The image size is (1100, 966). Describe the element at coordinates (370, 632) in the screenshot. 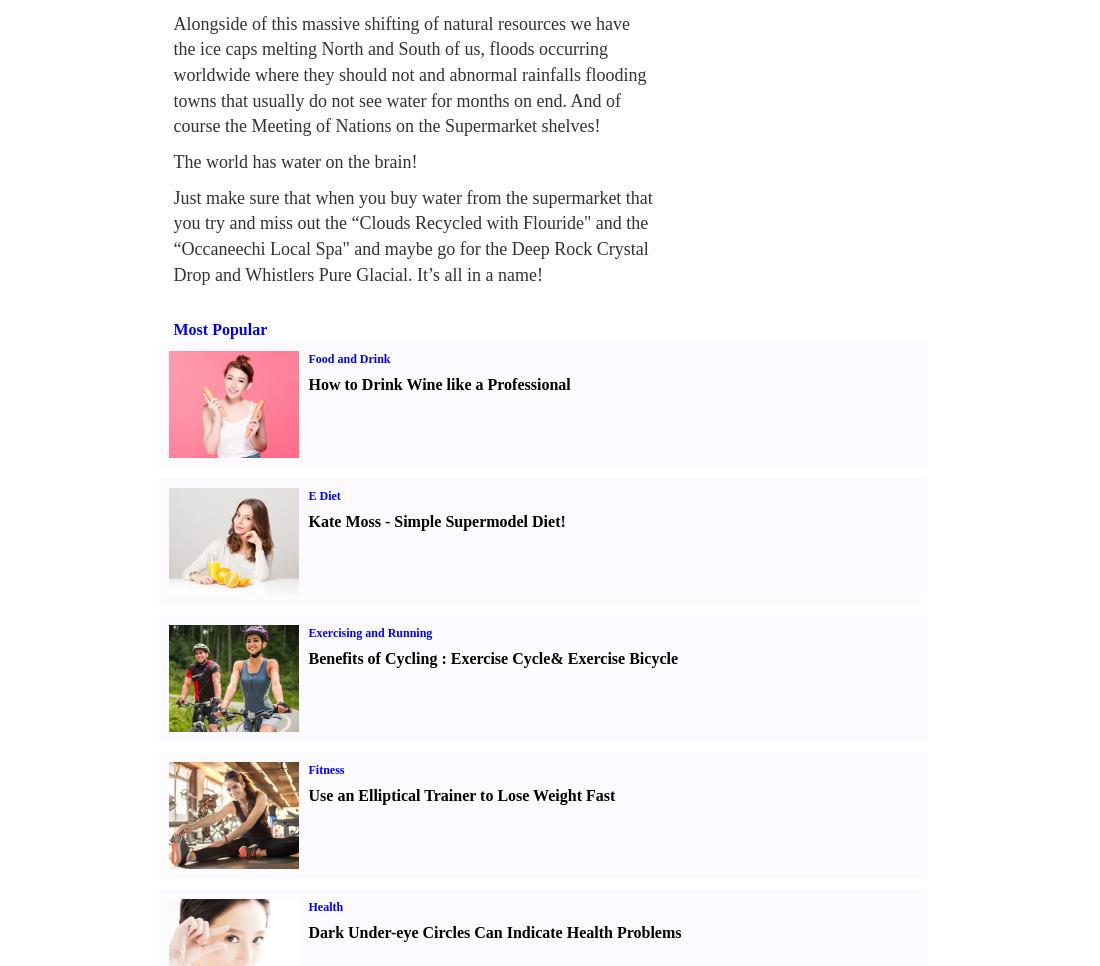

I see `'Exercising and Running'` at that location.